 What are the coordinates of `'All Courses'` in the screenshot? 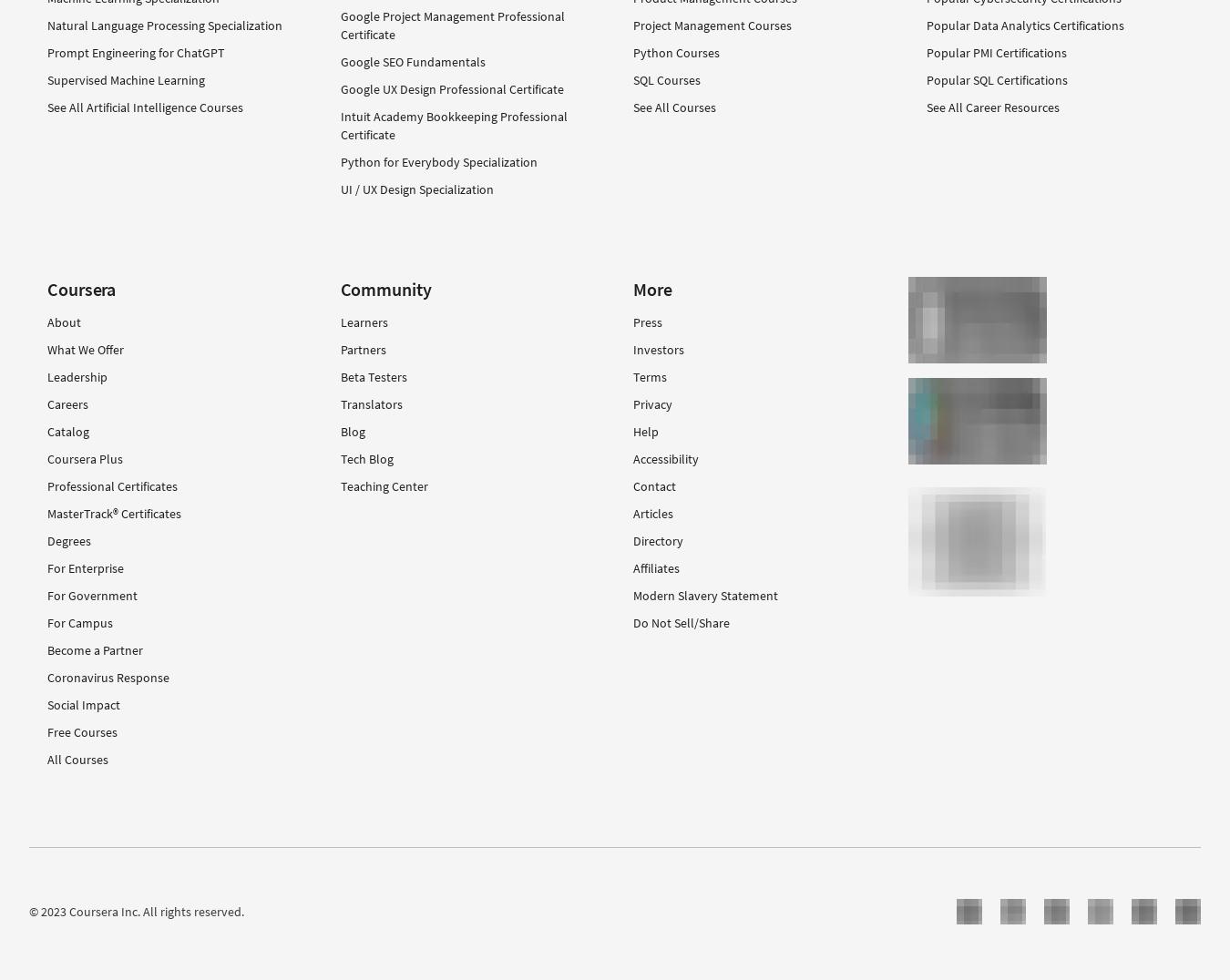 It's located at (77, 759).